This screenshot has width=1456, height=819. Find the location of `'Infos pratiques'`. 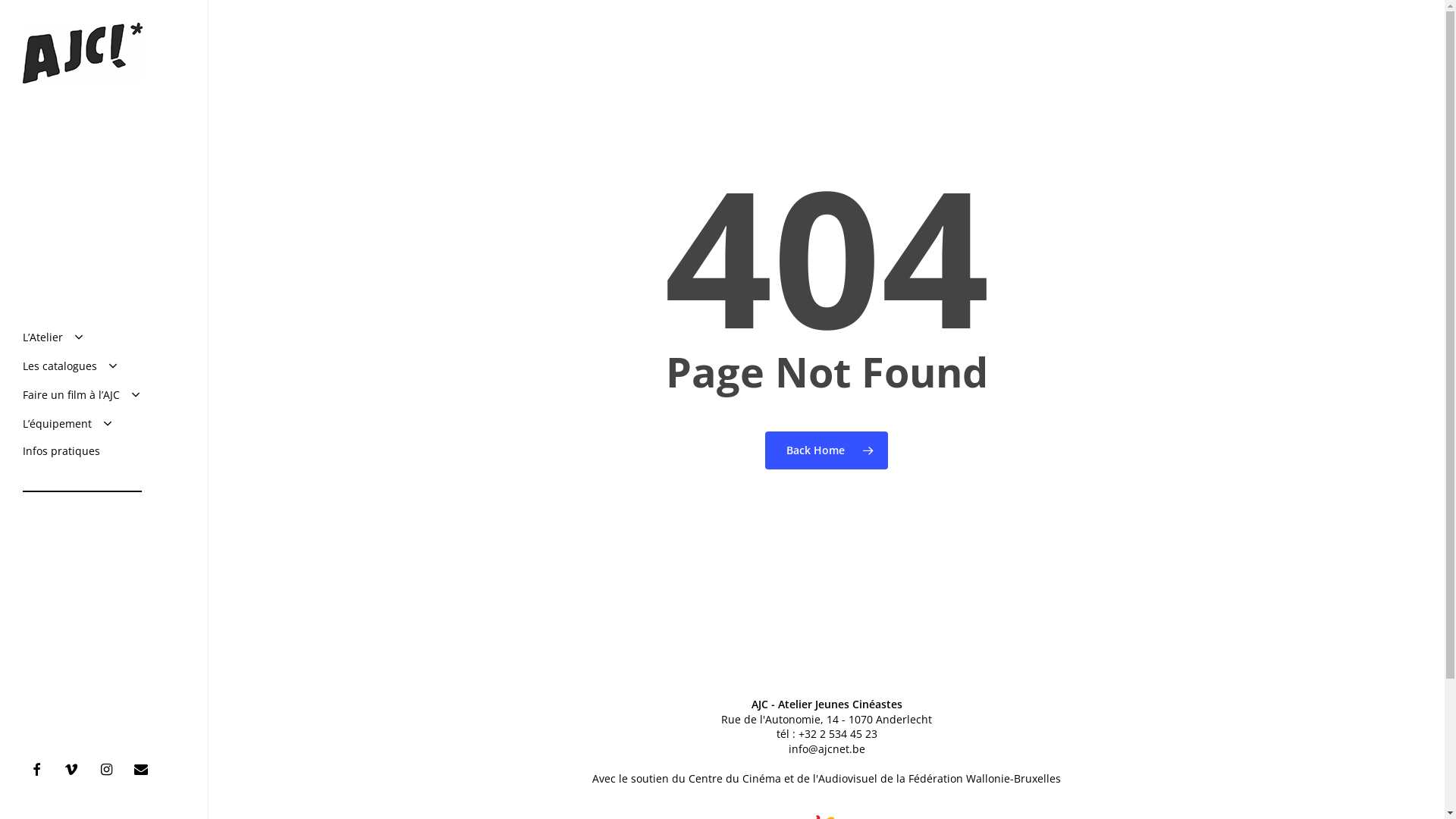

'Infos pratiques' is located at coordinates (22, 450).